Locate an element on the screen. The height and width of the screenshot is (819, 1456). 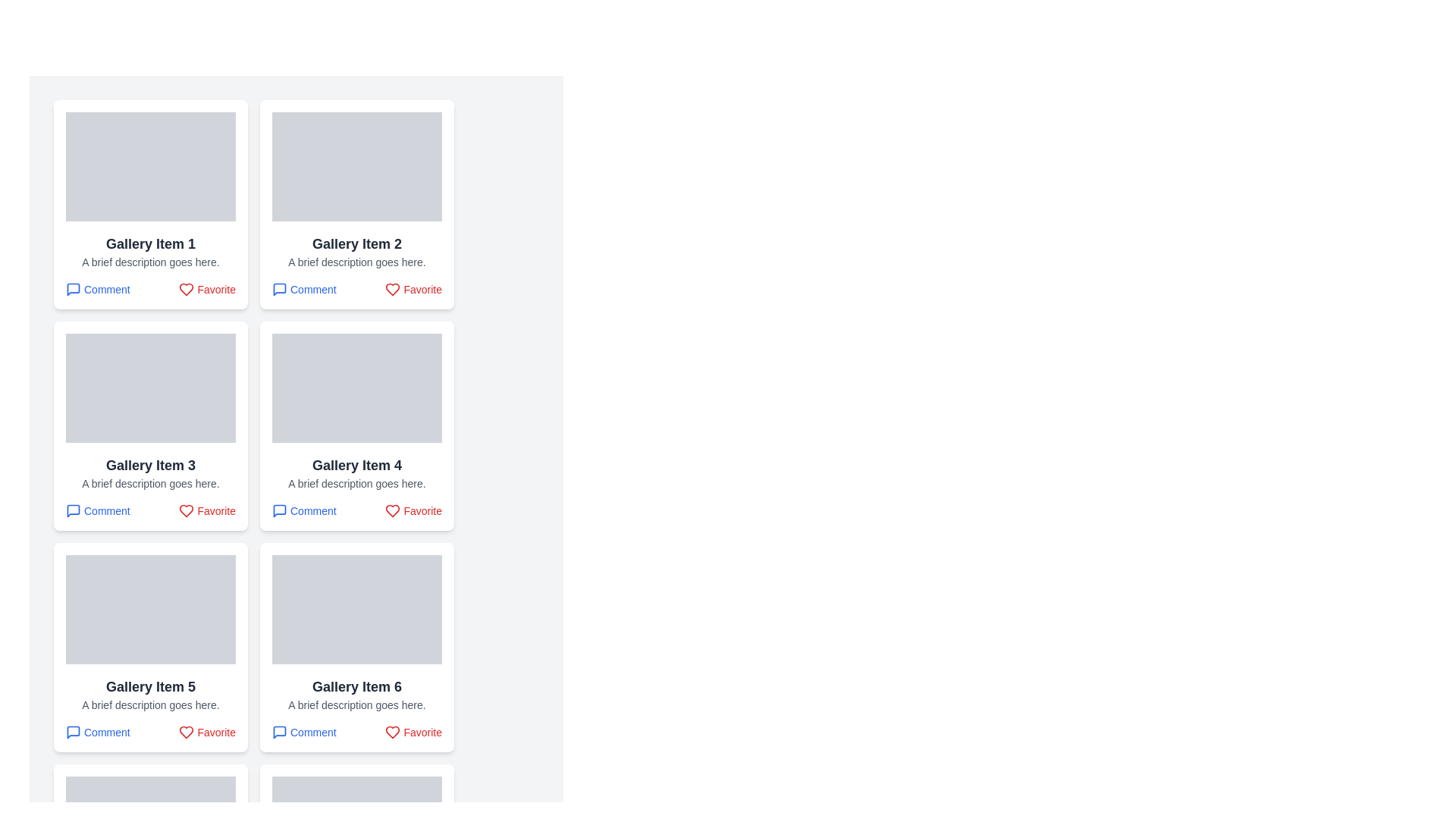
the favorite button located at the bottom-right of the card for 'Gallery Item 3' is located at coordinates (206, 511).